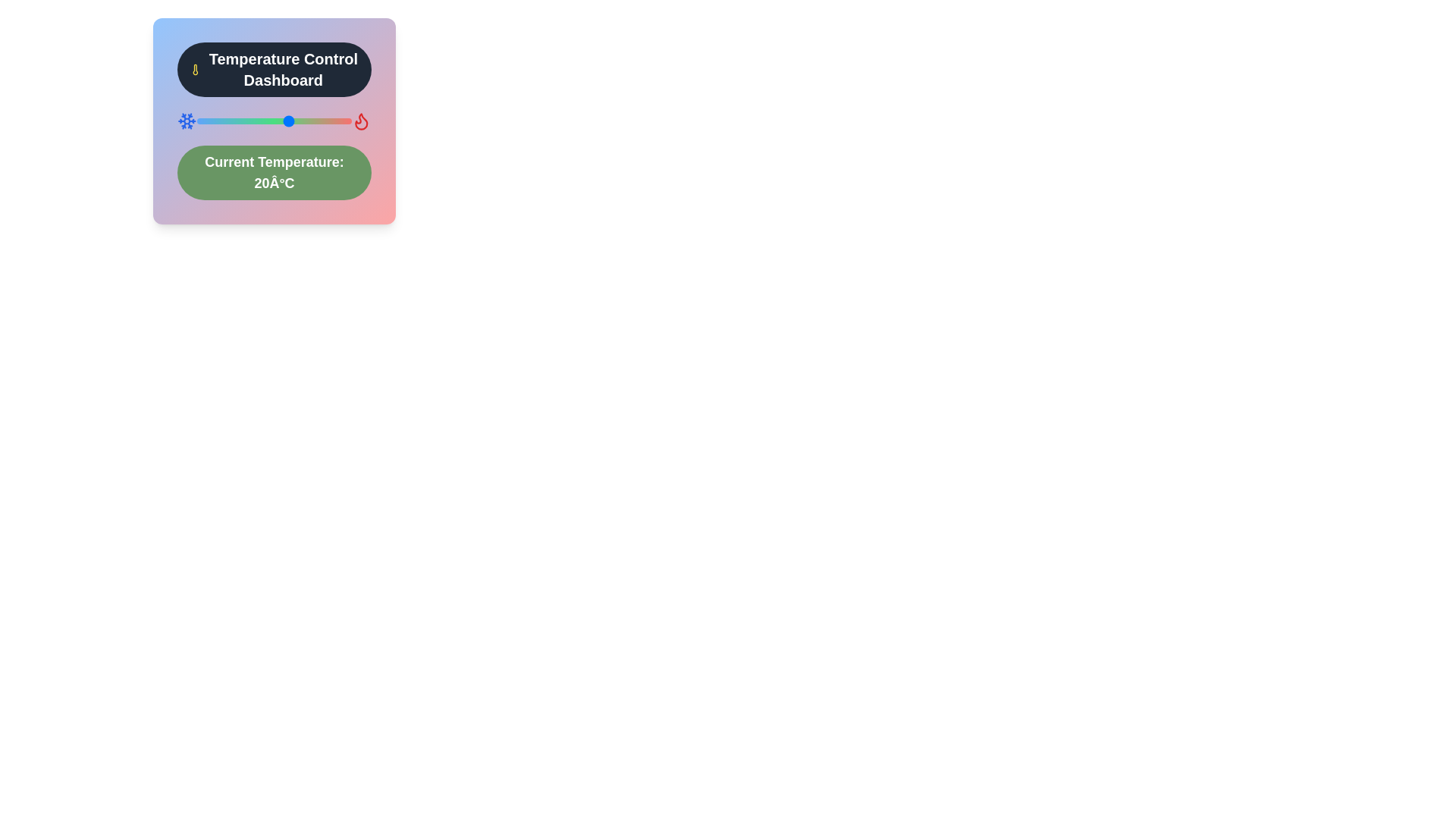 The height and width of the screenshot is (819, 1456). Describe the element at coordinates (199, 120) in the screenshot. I see `the temperature slider to set the temperature to -9 degrees` at that location.